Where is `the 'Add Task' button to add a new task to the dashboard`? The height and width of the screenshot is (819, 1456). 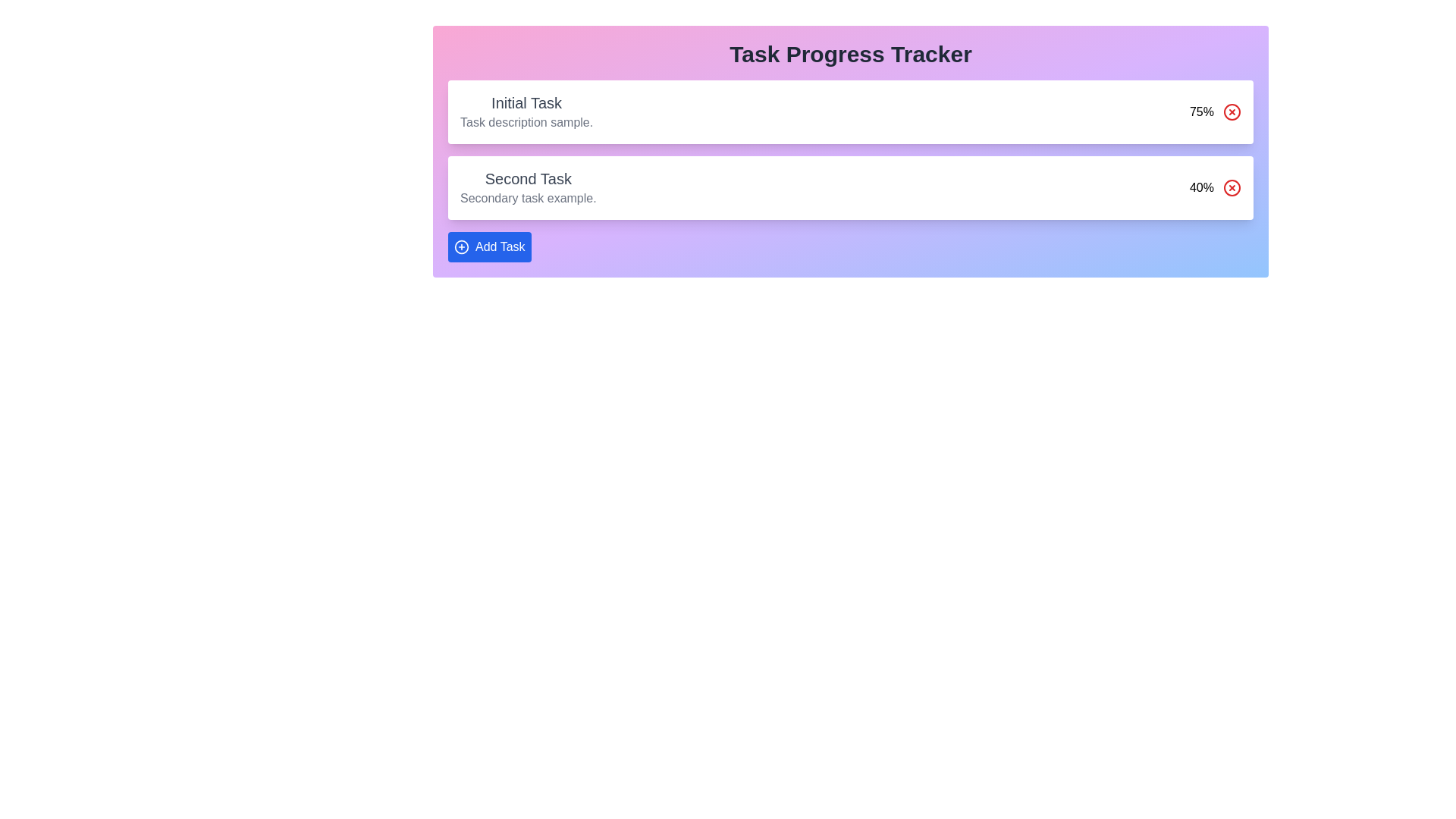
the 'Add Task' button to add a new task to the dashboard is located at coordinates (488, 246).